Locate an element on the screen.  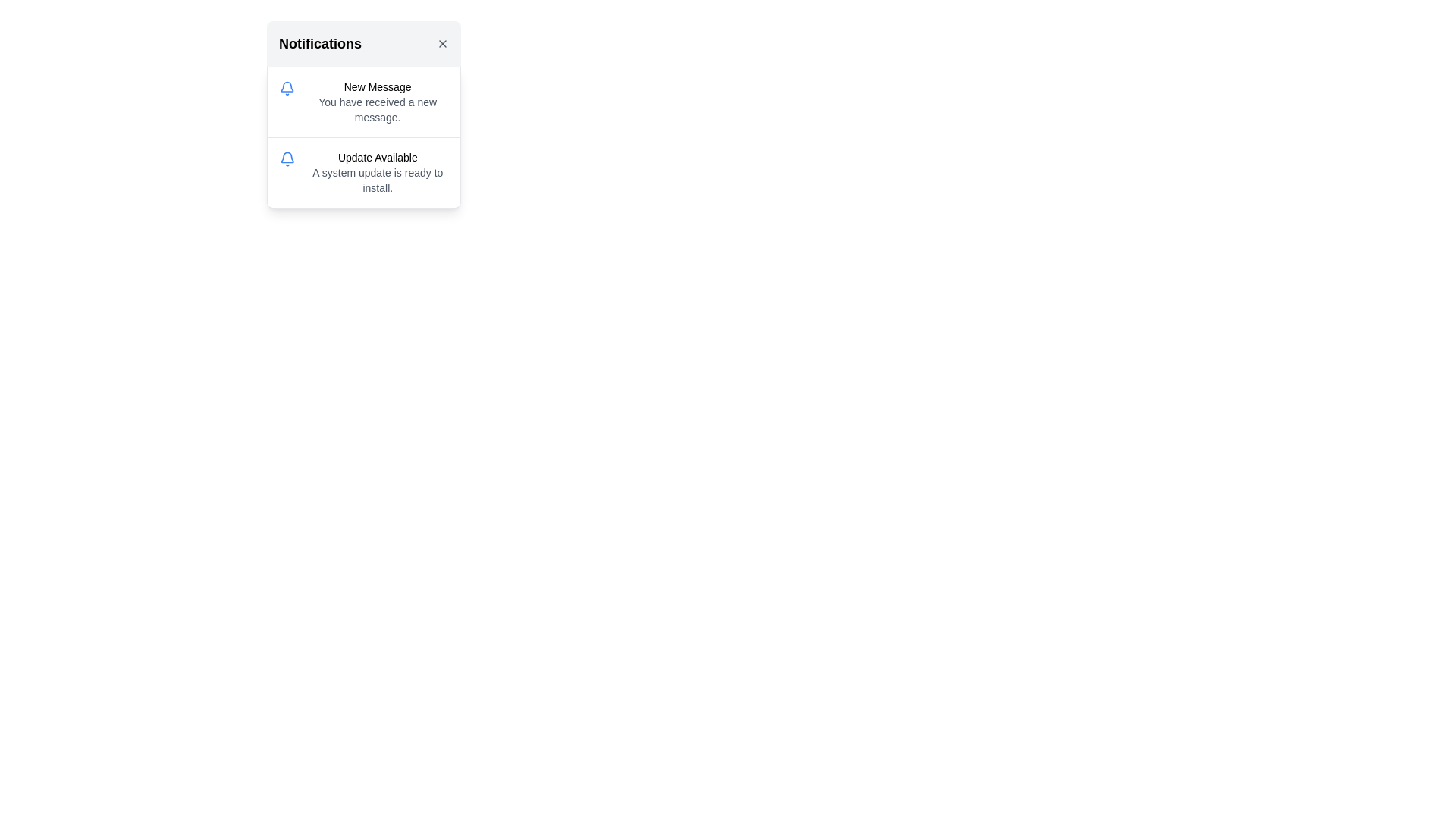
informational text message stating 'A system update is ready to install.' located below the title 'Update Available' in the notification card is located at coordinates (378, 180).